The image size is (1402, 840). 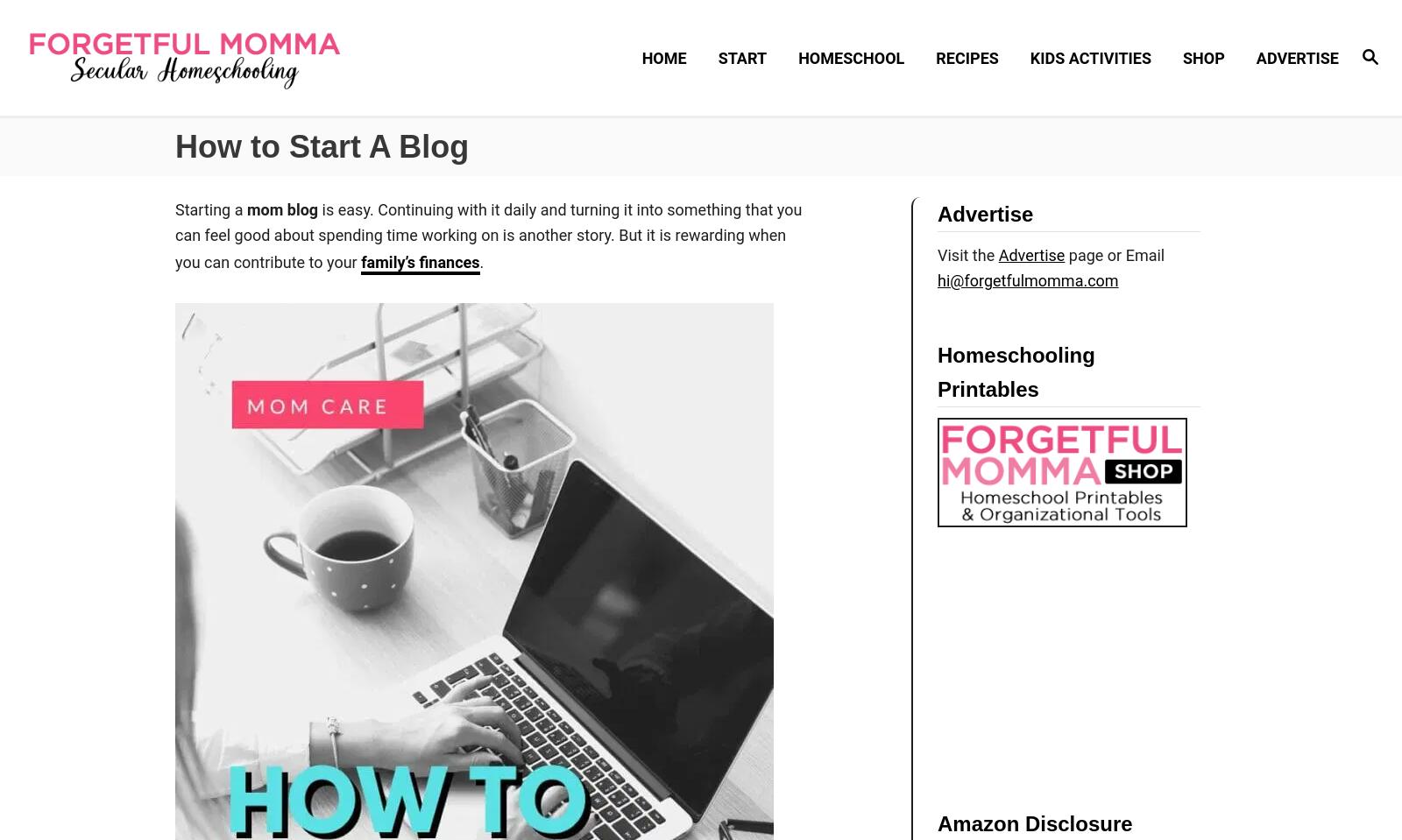 I want to click on 'family’s finances', so click(x=419, y=260).